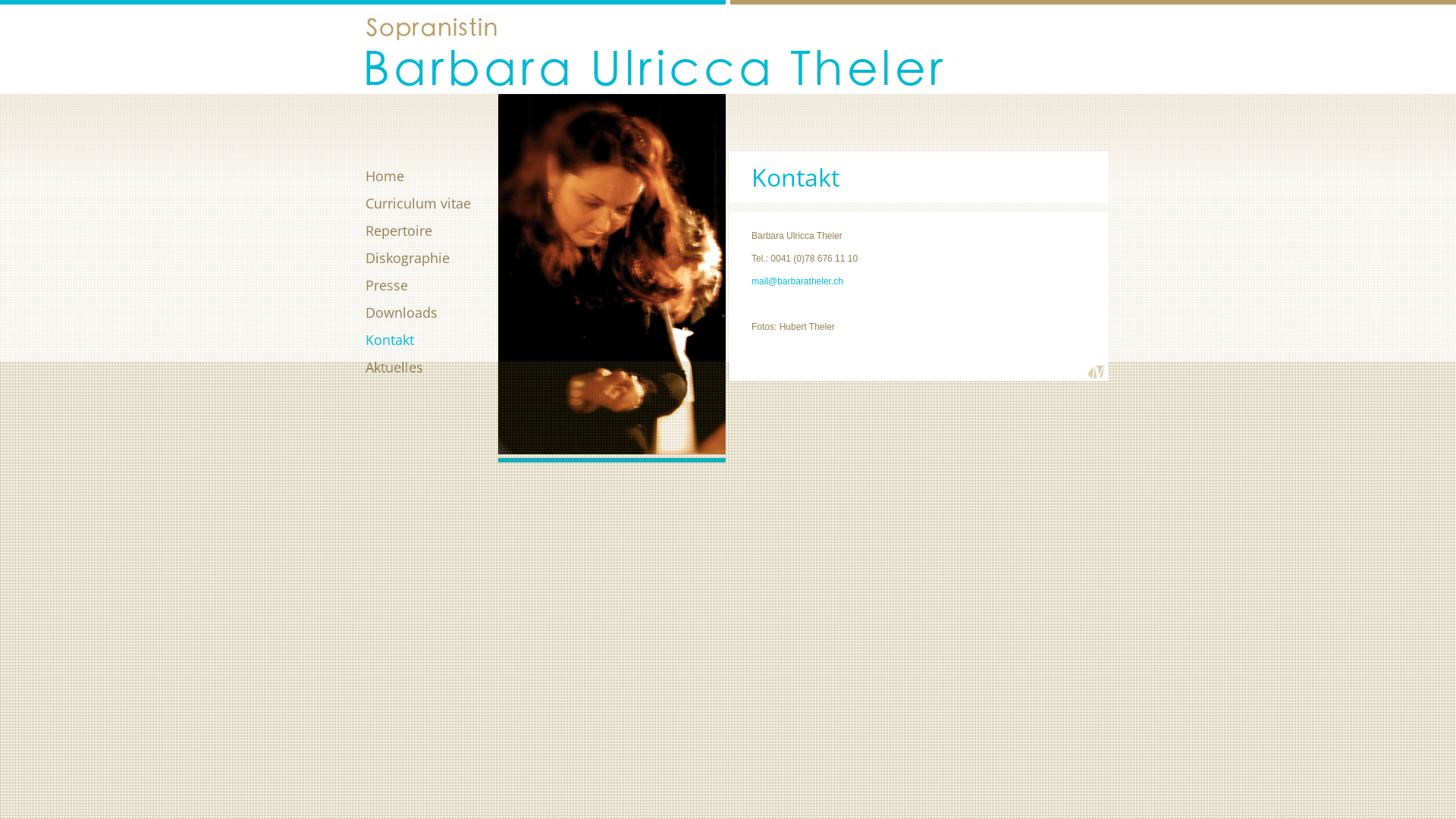  What do you see at coordinates (431, 338) in the screenshot?
I see `'Kontakt'` at bounding box center [431, 338].